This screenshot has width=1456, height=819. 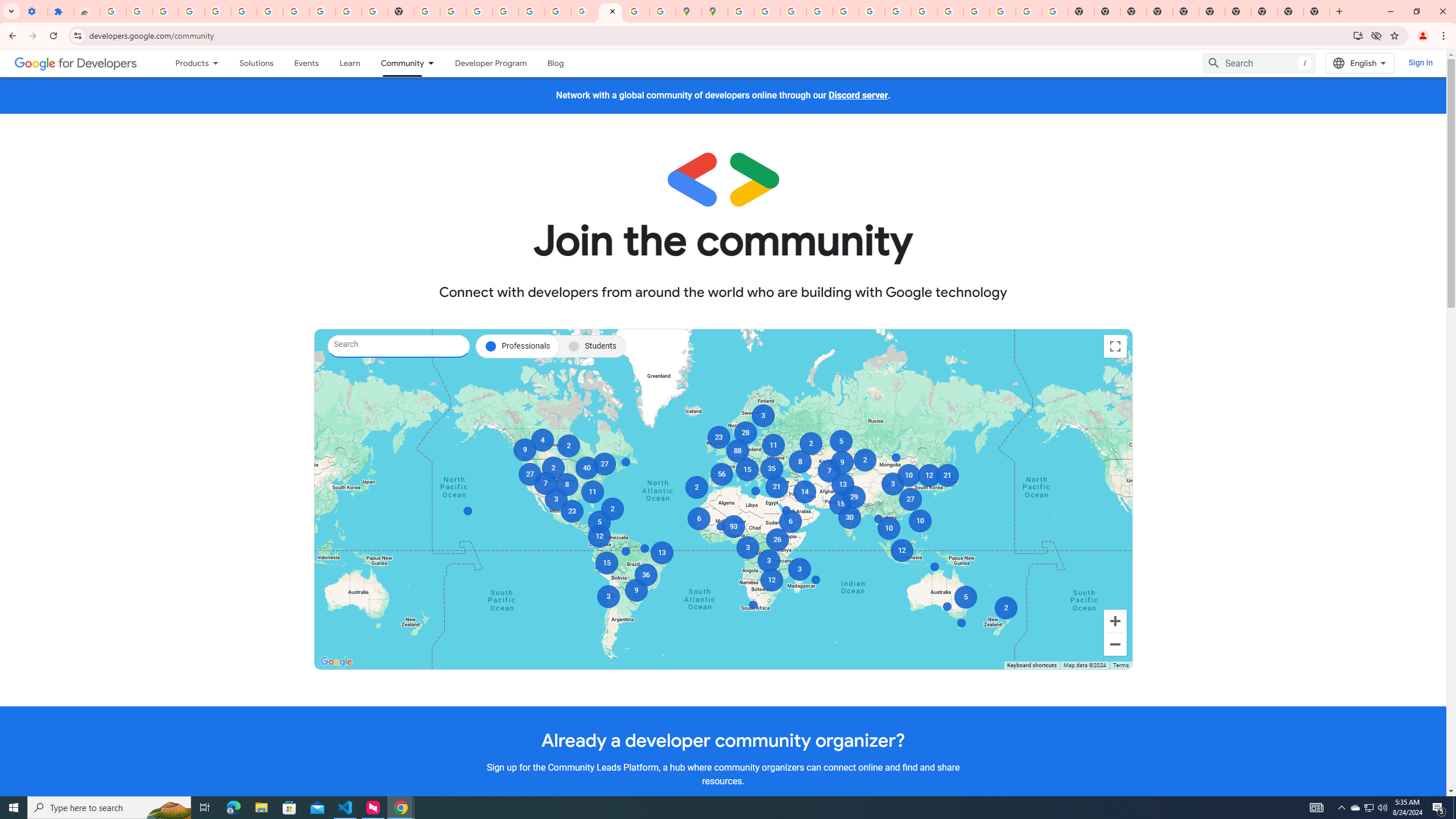 What do you see at coordinates (746, 470) in the screenshot?
I see `'15'` at bounding box center [746, 470].